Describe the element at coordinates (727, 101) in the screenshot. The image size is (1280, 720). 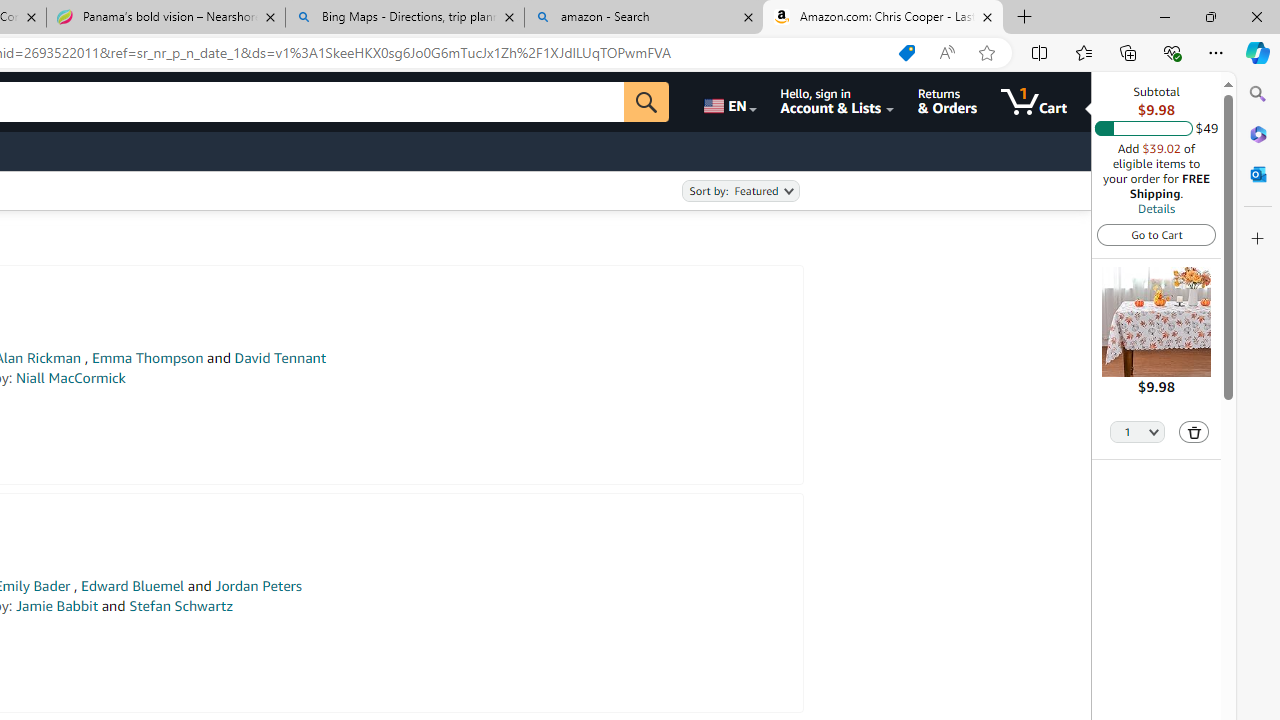
I see `'Choose a language for shopping.'` at that location.